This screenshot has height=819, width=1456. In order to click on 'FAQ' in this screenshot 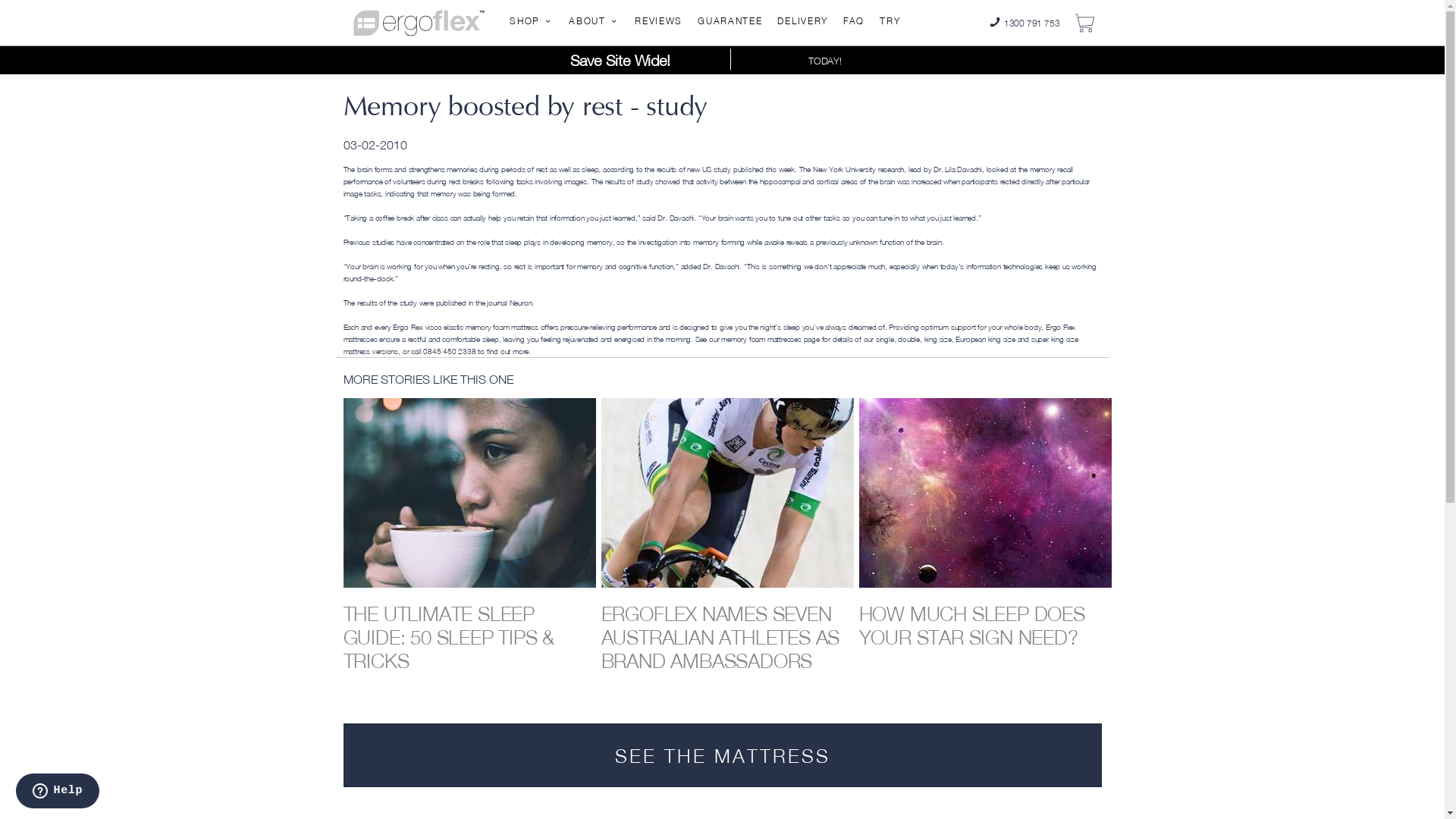, I will do `click(854, 20)`.